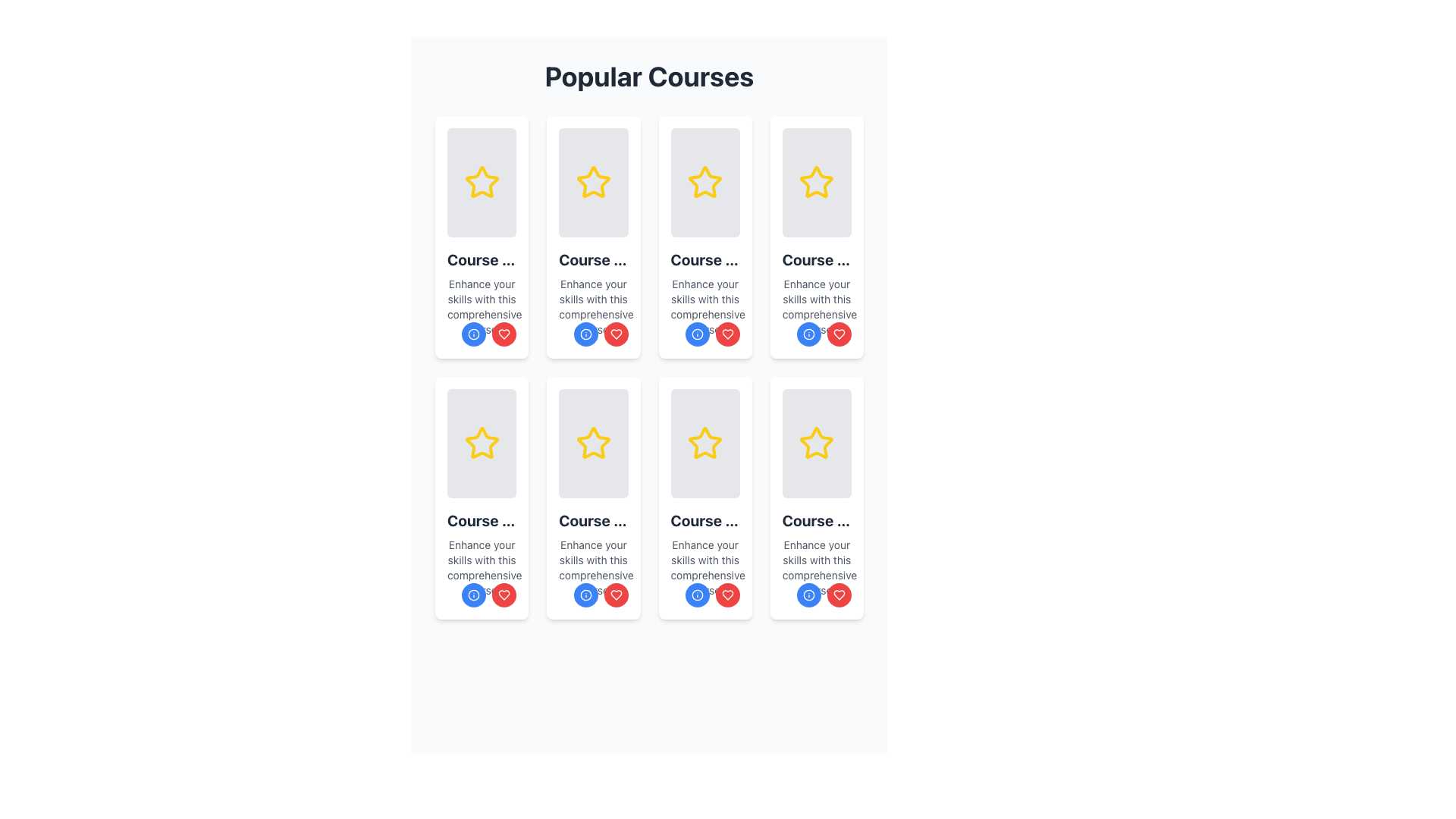  What do you see at coordinates (816, 443) in the screenshot?
I see `the star icon located at the top-center of the bottom-right course card in a 4x2 grid layout` at bounding box center [816, 443].